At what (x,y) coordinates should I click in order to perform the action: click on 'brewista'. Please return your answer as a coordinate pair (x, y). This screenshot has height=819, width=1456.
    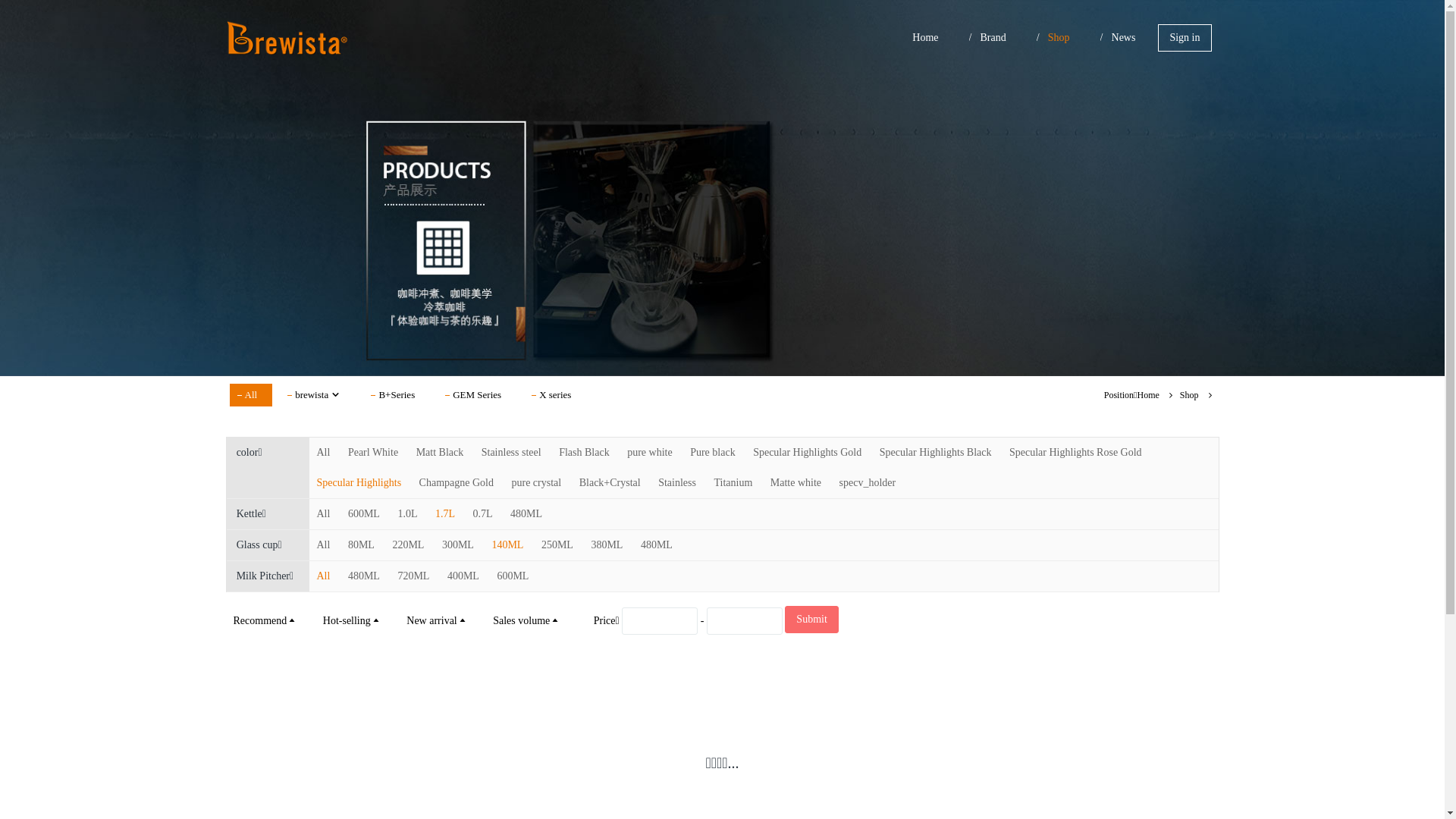
    Looking at the image, I should click on (316, 394).